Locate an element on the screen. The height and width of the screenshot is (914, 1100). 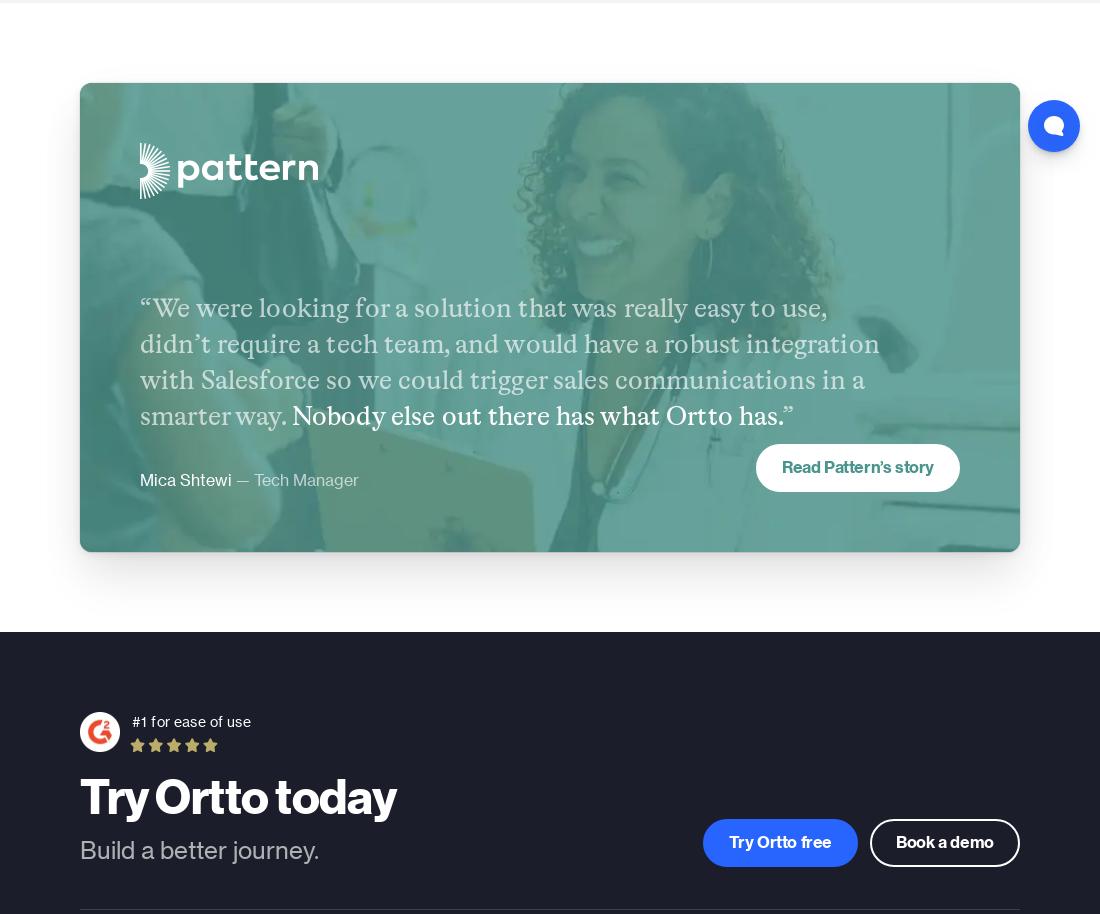
'Tech Manager' is located at coordinates (305, 479).